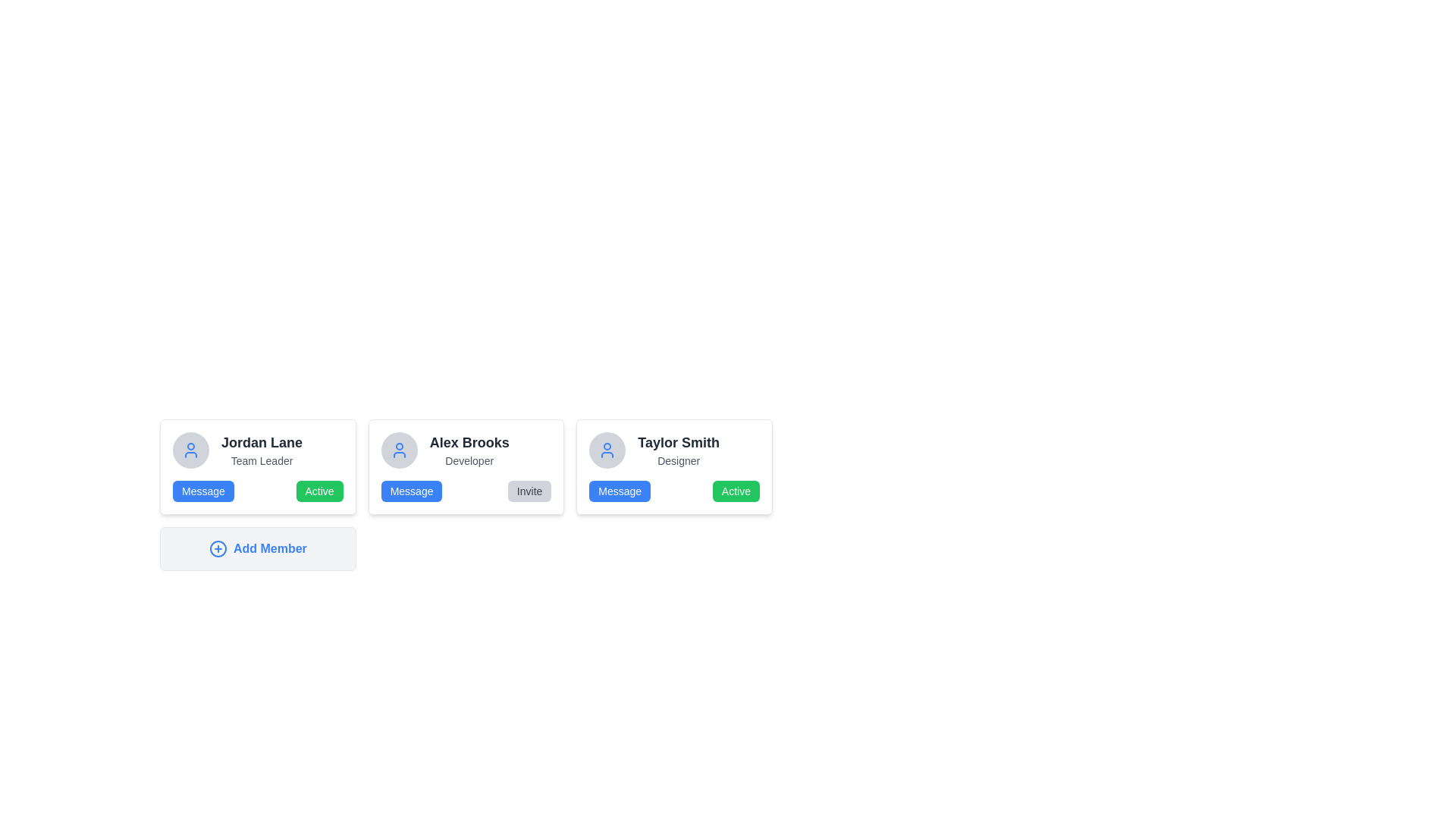 This screenshot has height=819, width=1456. I want to click on the 'Active' button on the first user information card located in the top-left of the grid layout, so click(258, 466).